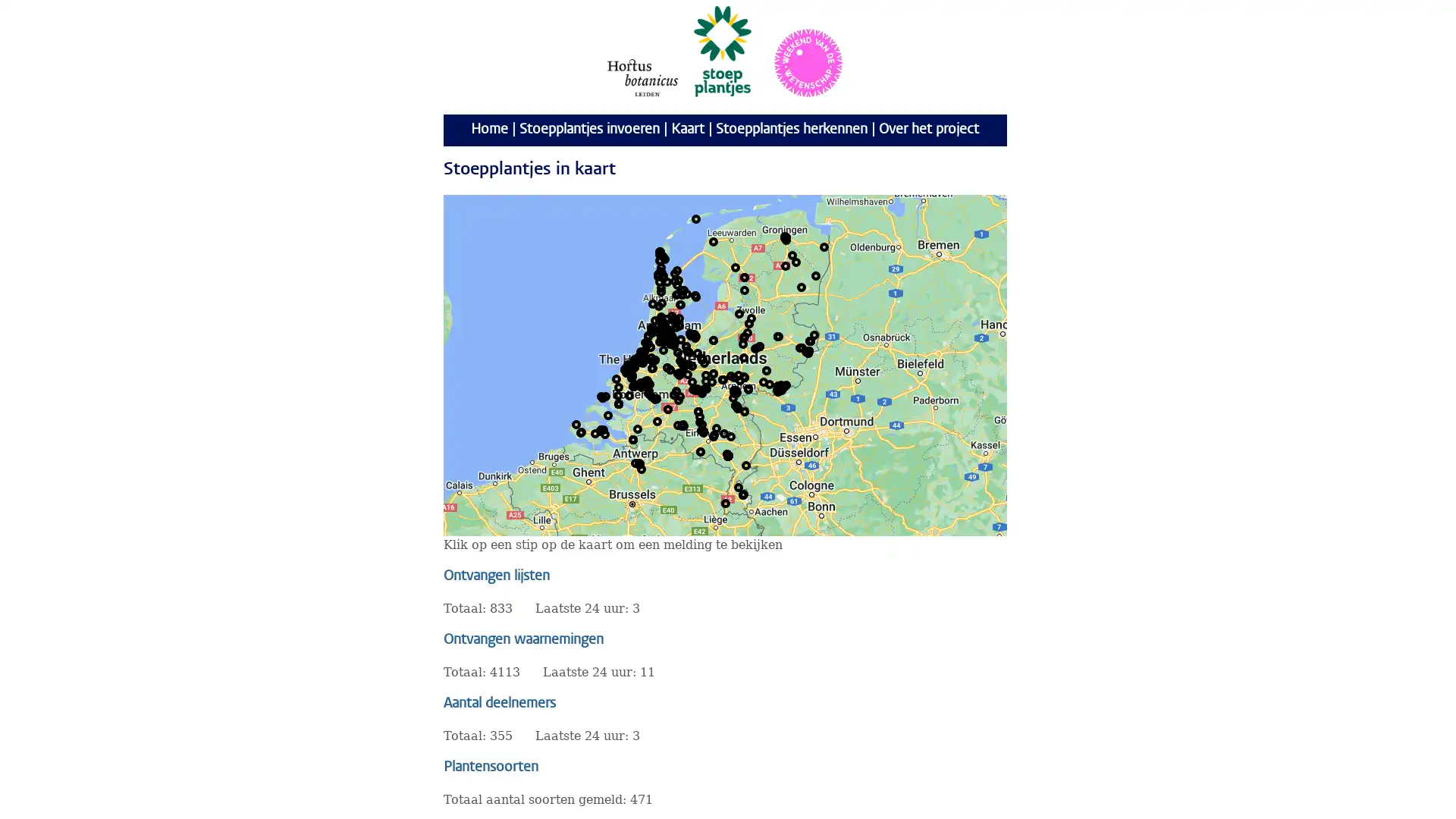 This screenshot has height=819, width=1456. I want to click on Telling van Daphne op 03 maart 2022, so click(652, 360).